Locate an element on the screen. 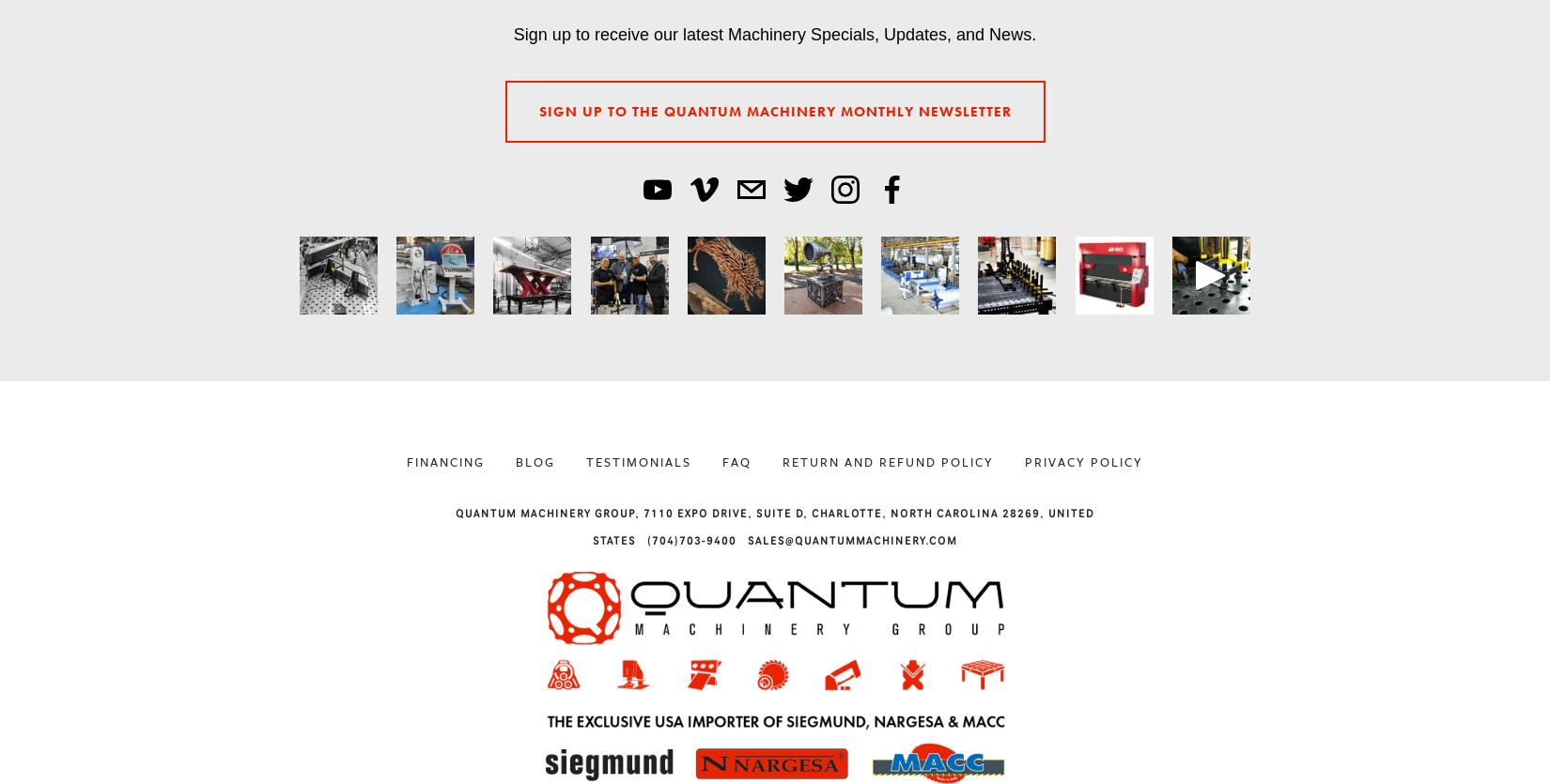  'FAQ' is located at coordinates (721, 460).